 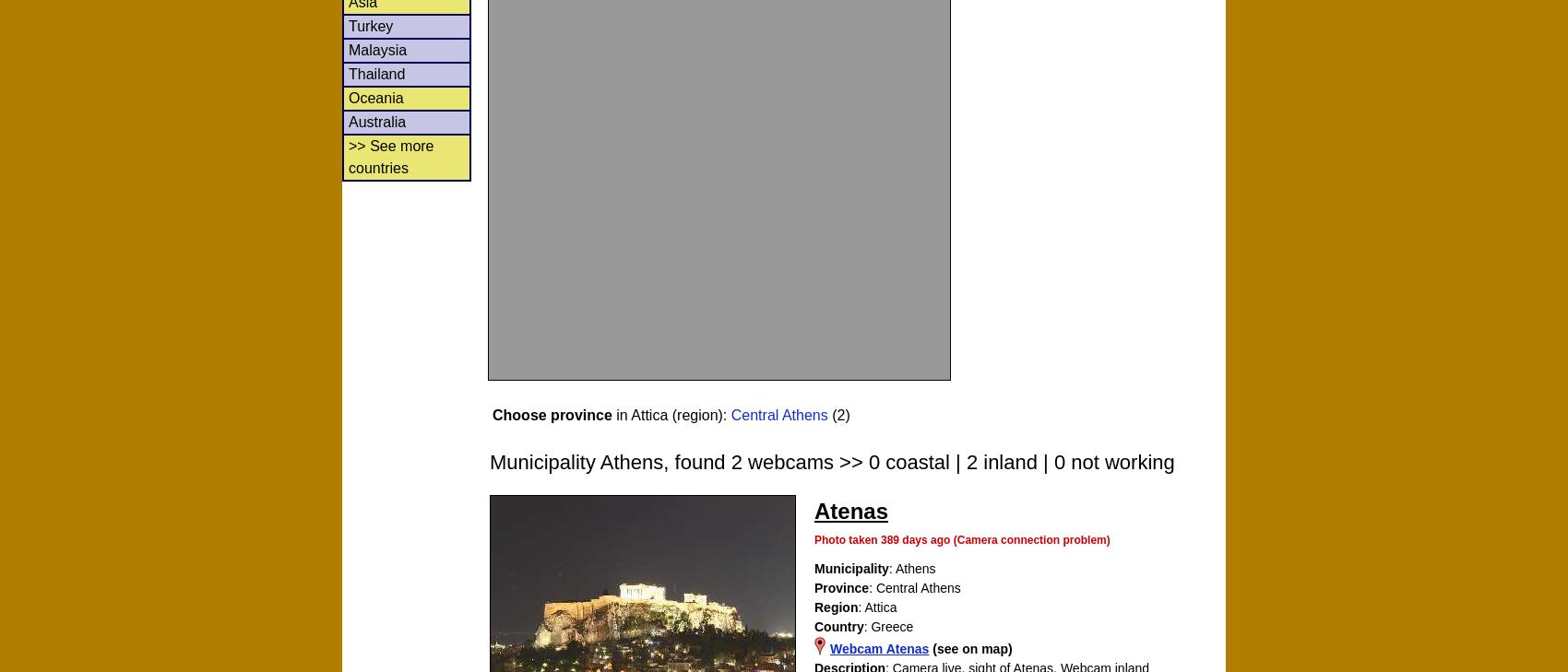 What do you see at coordinates (876, 607) in the screenshot?
I see `':
	Attica'` at bounding box center [876, 607].